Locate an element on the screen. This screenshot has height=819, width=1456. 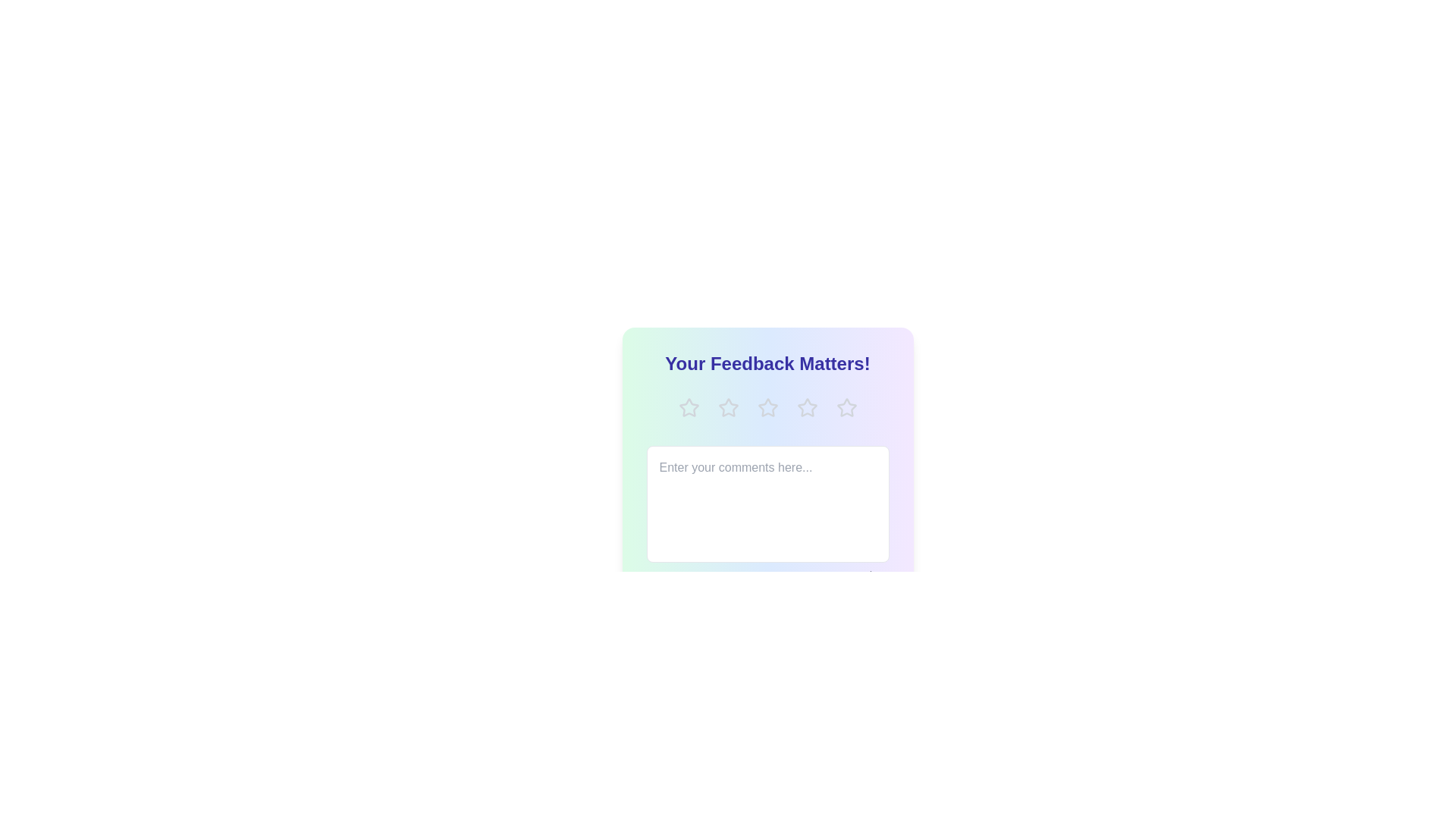
the rating to 4 stars by clicking on the corresponding star is located at coordinates (806, 406).